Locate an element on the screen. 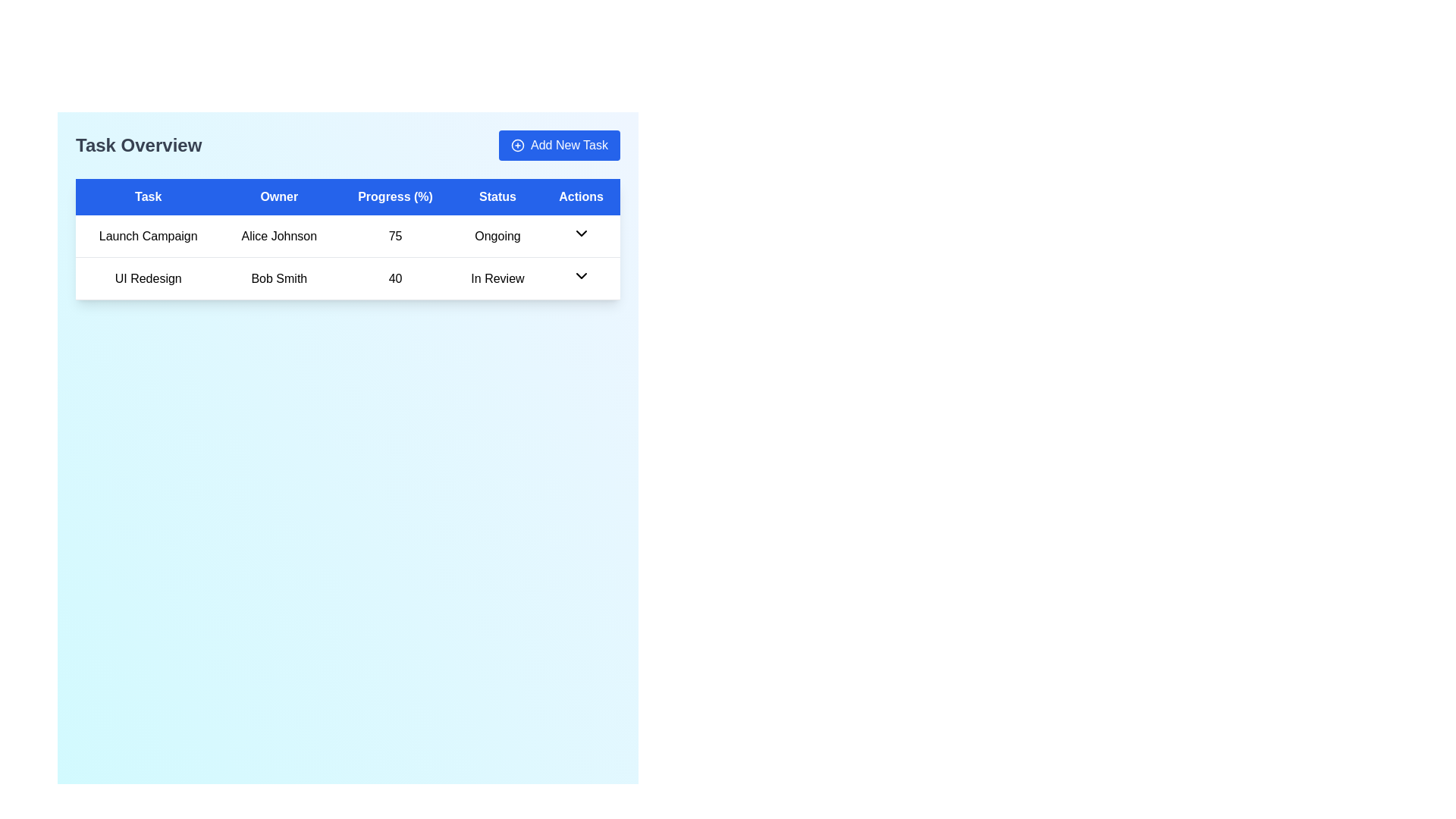  the non-interactive text label indicating 'Owner' in the second column header of the data table is located at coordinates (279, 196).